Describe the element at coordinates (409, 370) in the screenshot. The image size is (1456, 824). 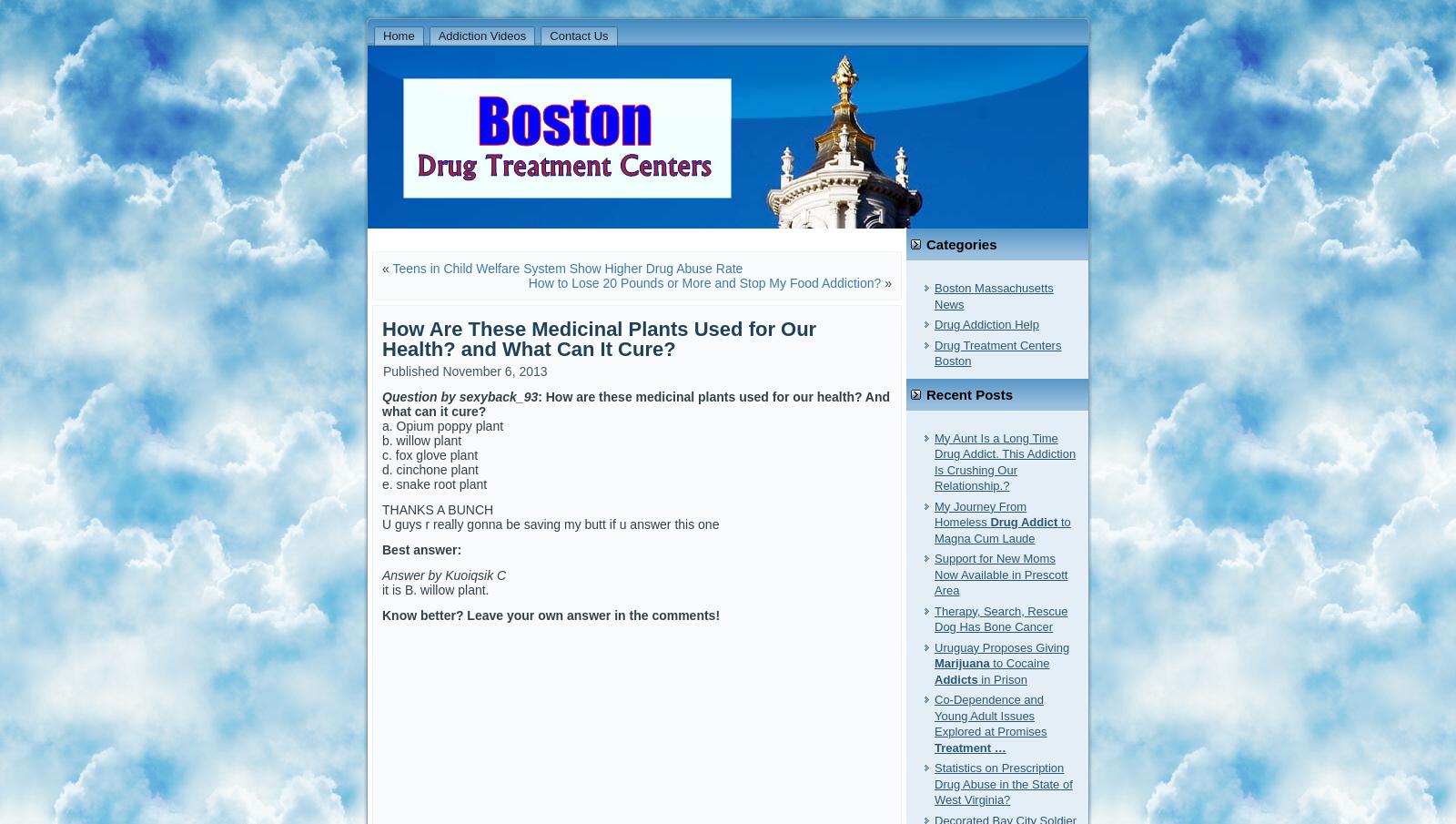
I see `'Published'` at that location.